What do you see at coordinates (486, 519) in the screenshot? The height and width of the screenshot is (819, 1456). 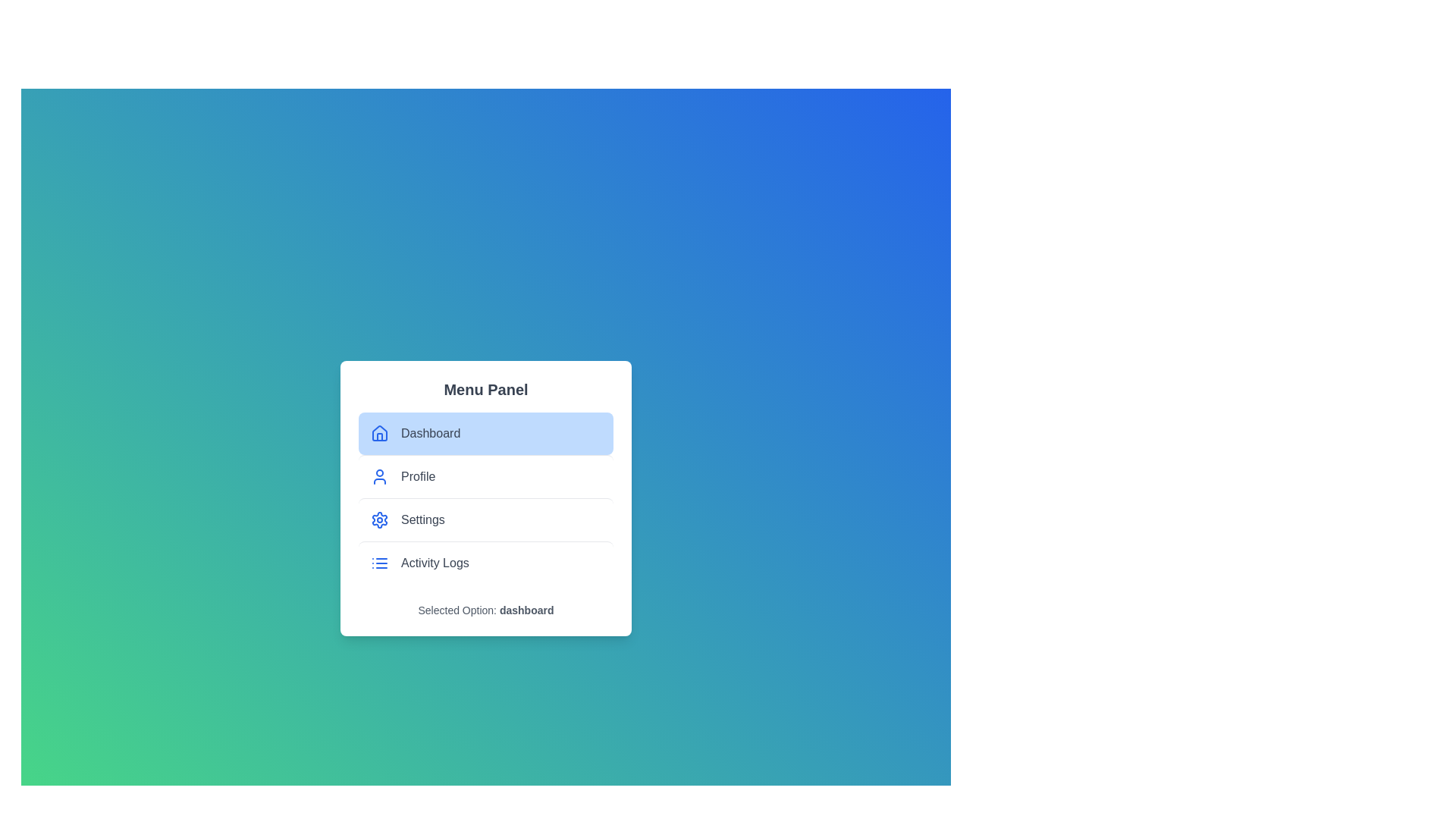 I see `the menu item Settings` at bounding box center [486, 519].